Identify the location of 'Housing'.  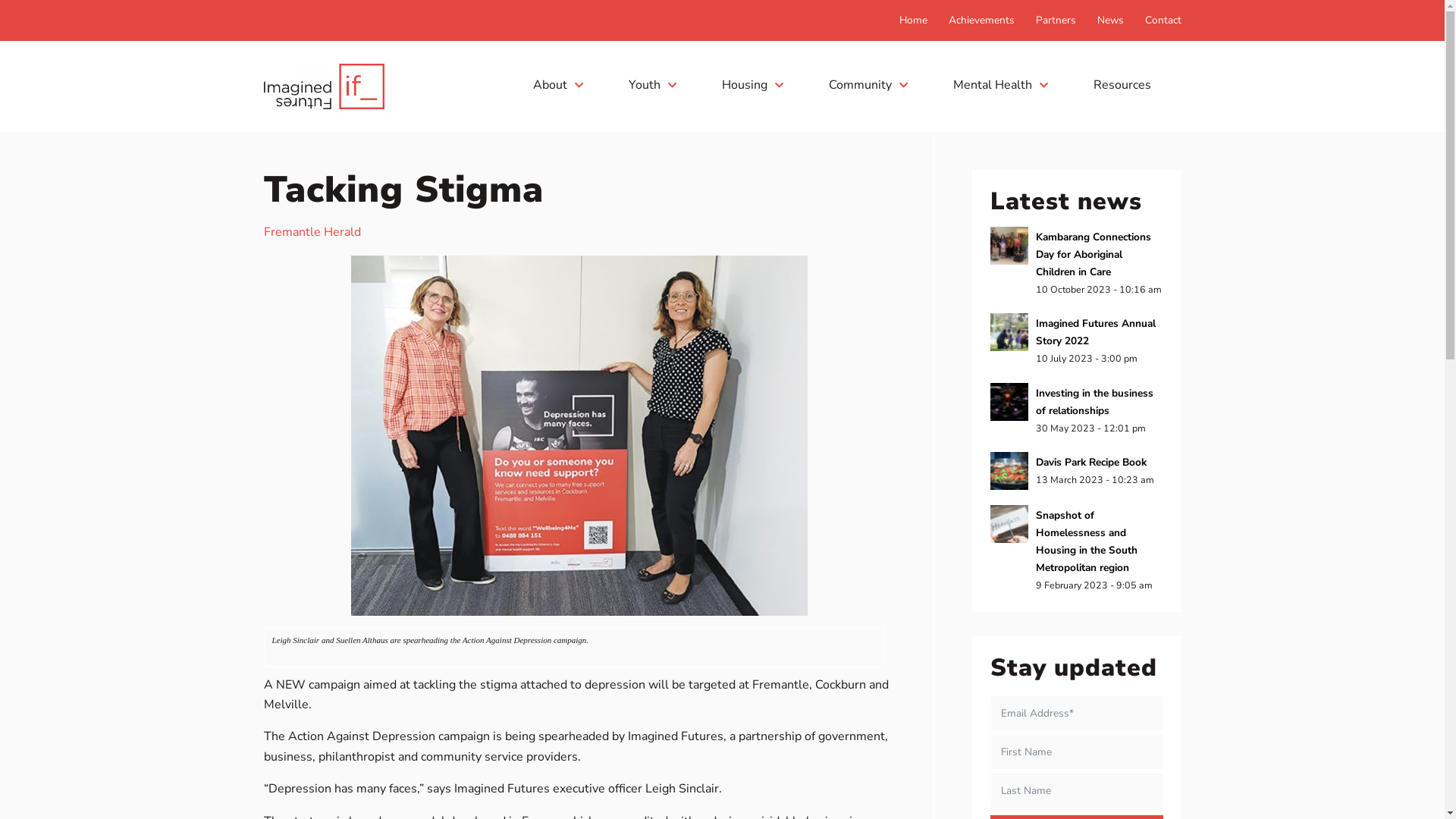
(752, 84).